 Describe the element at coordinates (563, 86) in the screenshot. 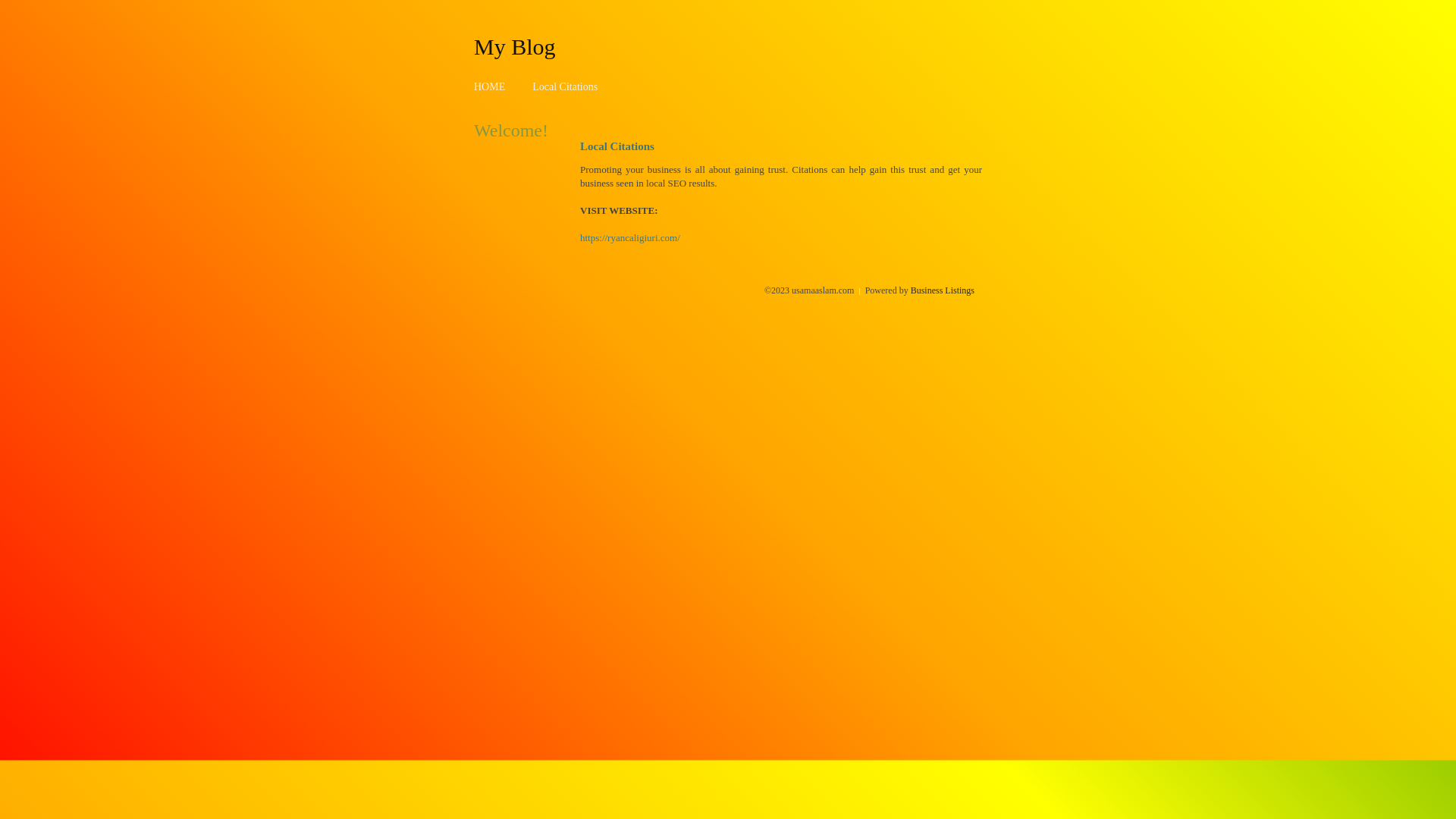

I see `'Local Citations'` at that location.